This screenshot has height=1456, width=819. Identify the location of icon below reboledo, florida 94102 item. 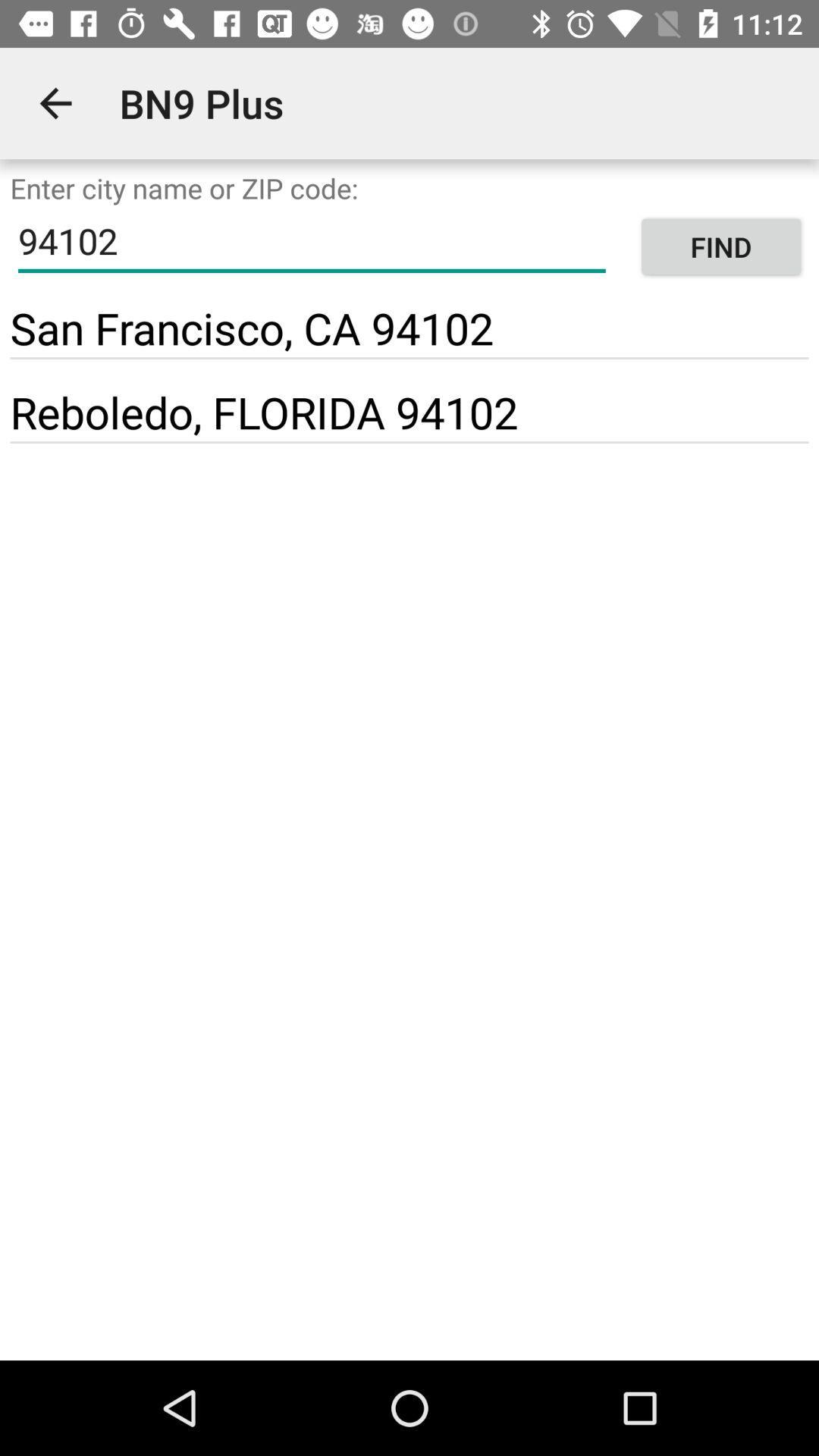
(409, 441).